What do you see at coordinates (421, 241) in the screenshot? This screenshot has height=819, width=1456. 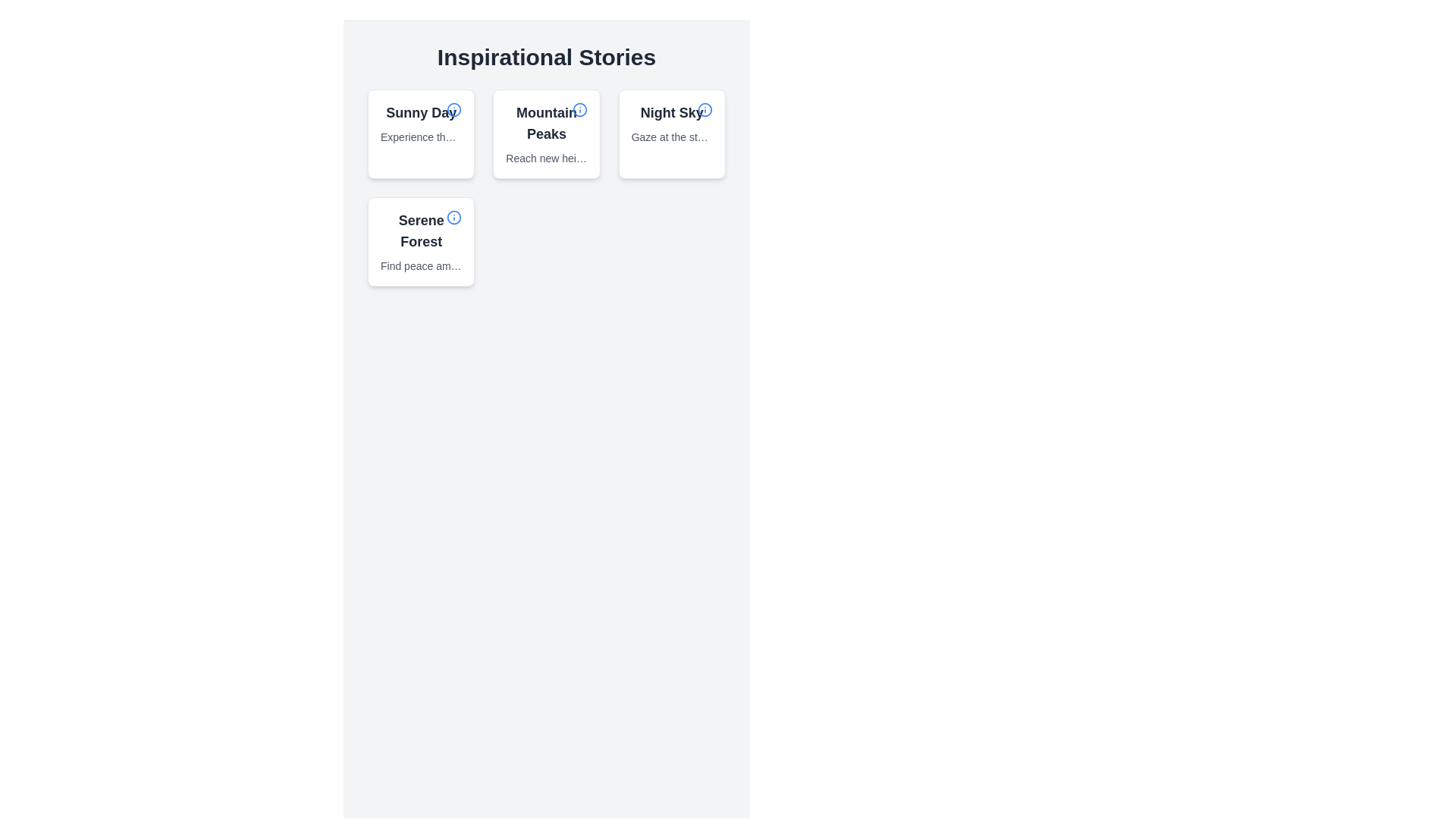 I see `the fourth card in the grid layout, positioned below the 'Sunny Day' card` at bounding box center [421, 241].